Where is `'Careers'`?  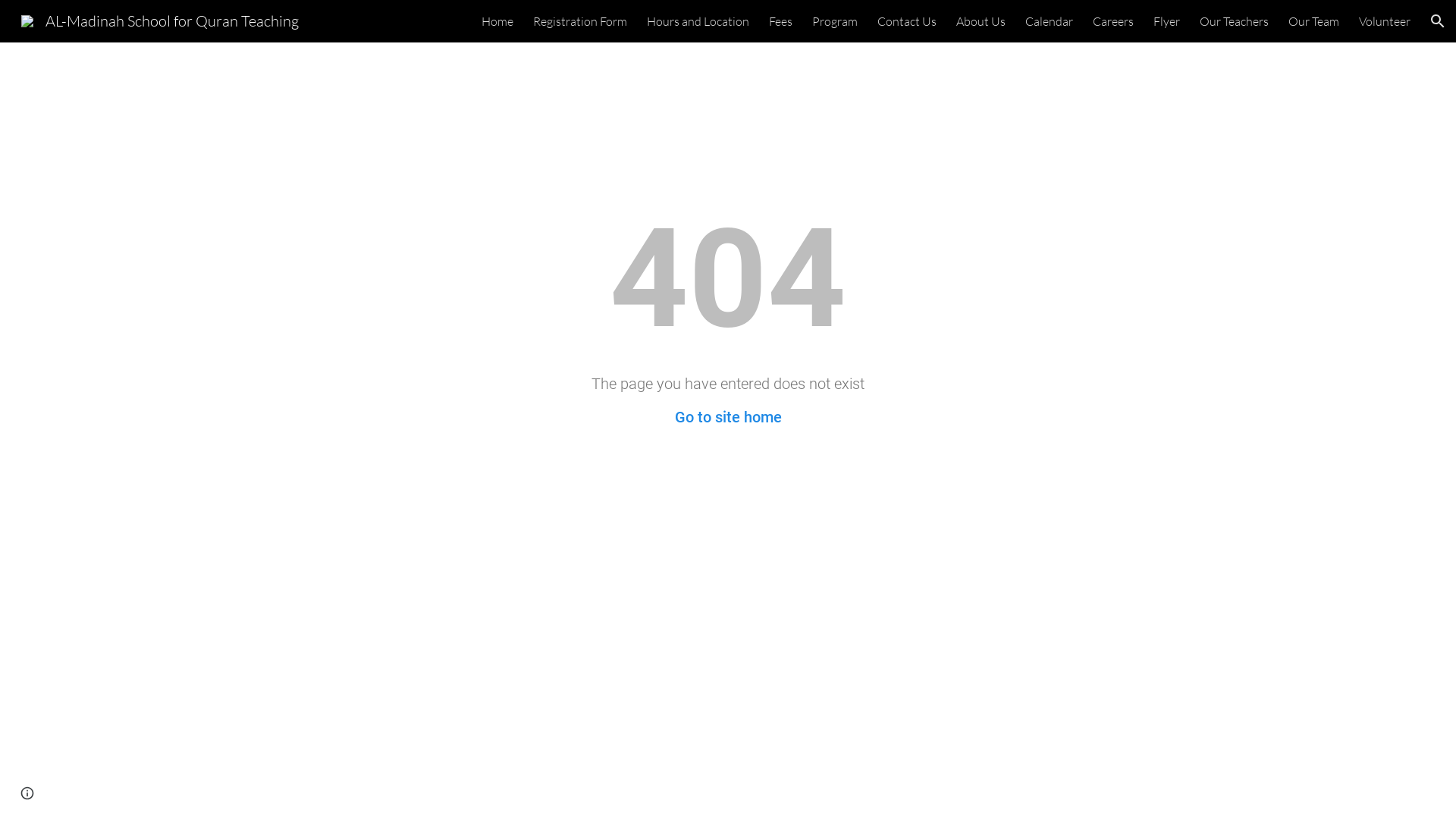
'Careers' is located at coordinates (1113, 20).